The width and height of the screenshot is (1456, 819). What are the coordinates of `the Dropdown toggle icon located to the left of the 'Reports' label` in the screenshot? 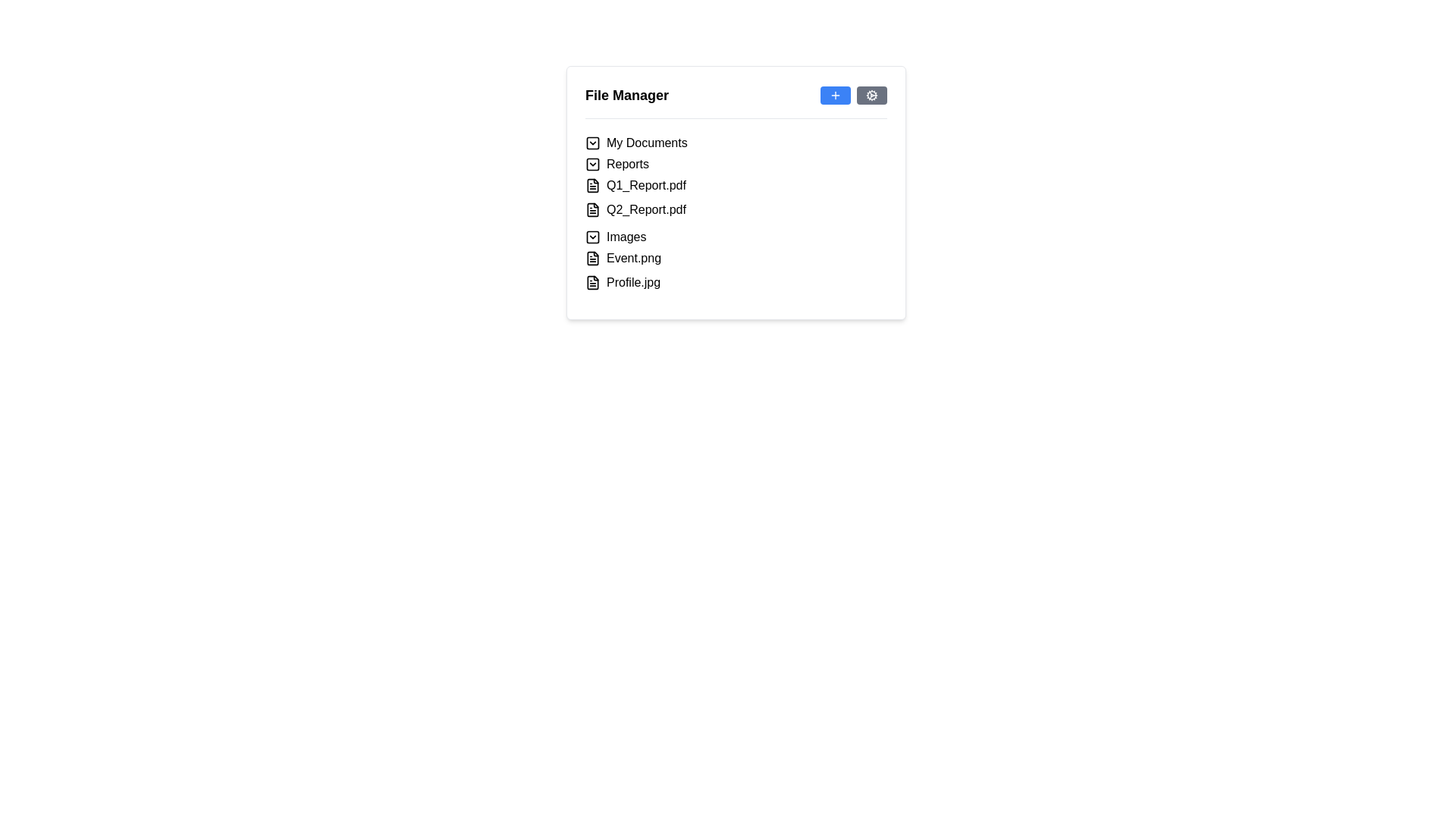 It's located at (592, 164).